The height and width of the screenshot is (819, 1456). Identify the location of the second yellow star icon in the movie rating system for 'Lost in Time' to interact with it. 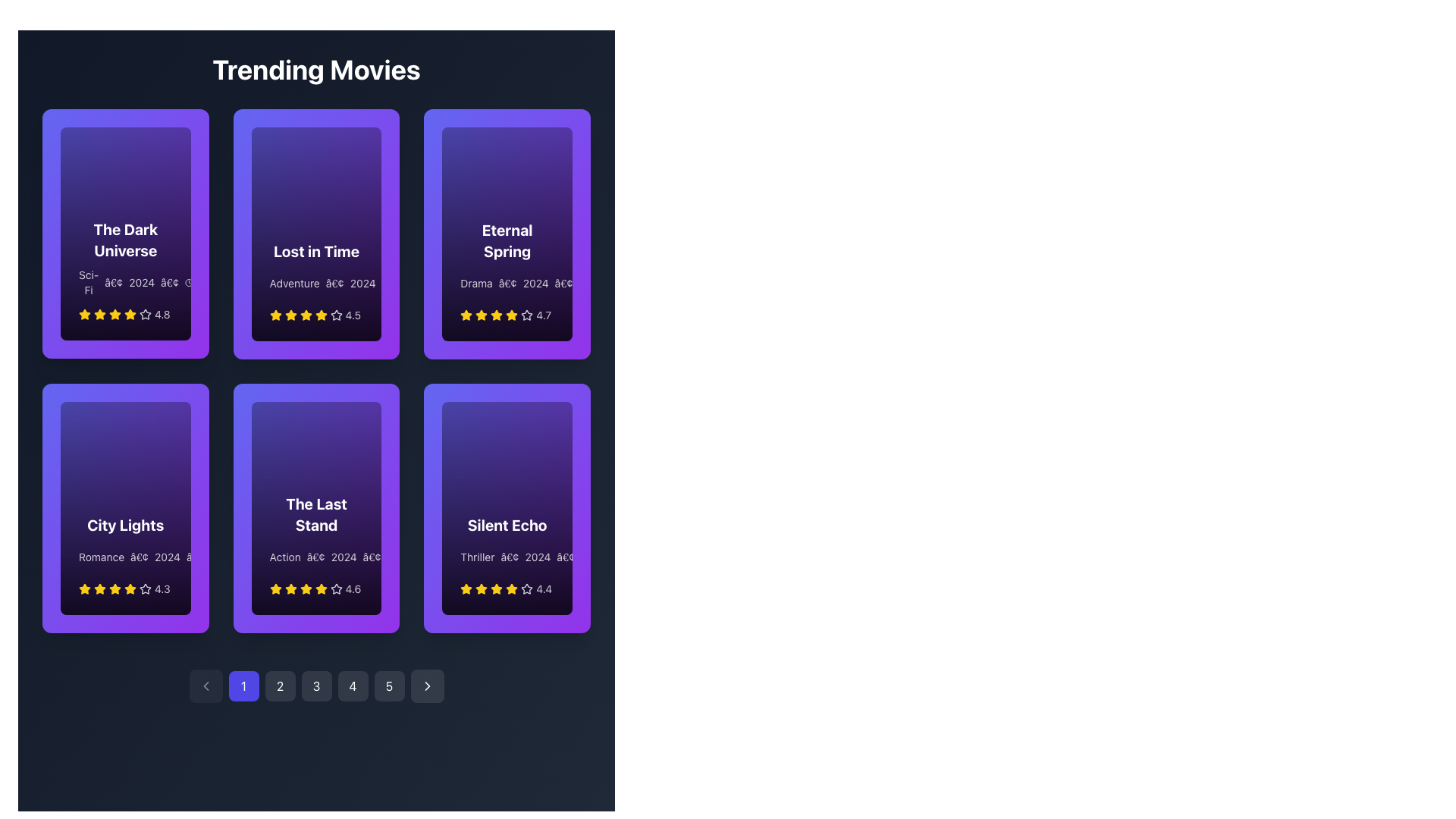
(290, 314).